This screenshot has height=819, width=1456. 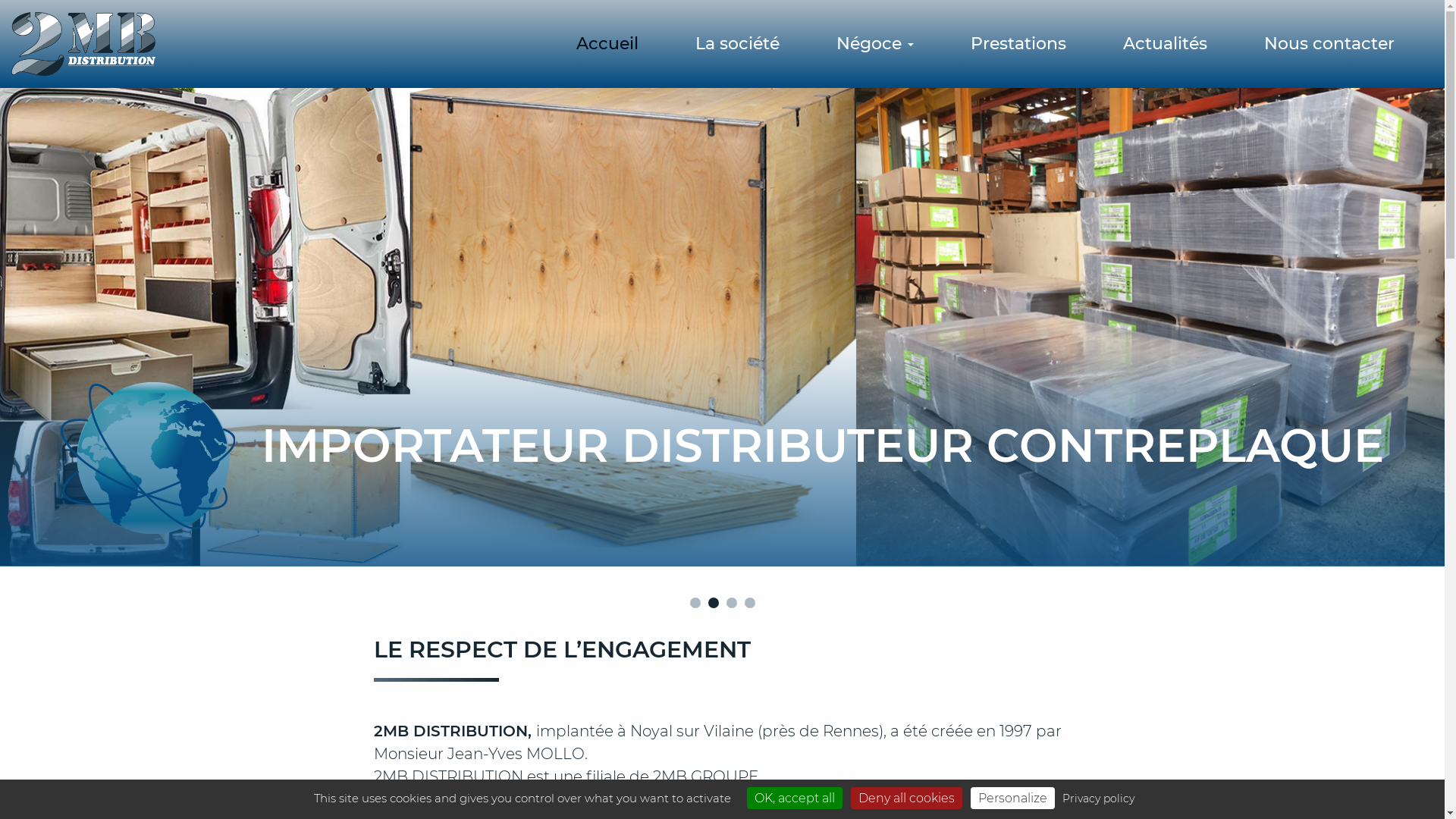 I want to click on '4', so click(x=745, y=601).